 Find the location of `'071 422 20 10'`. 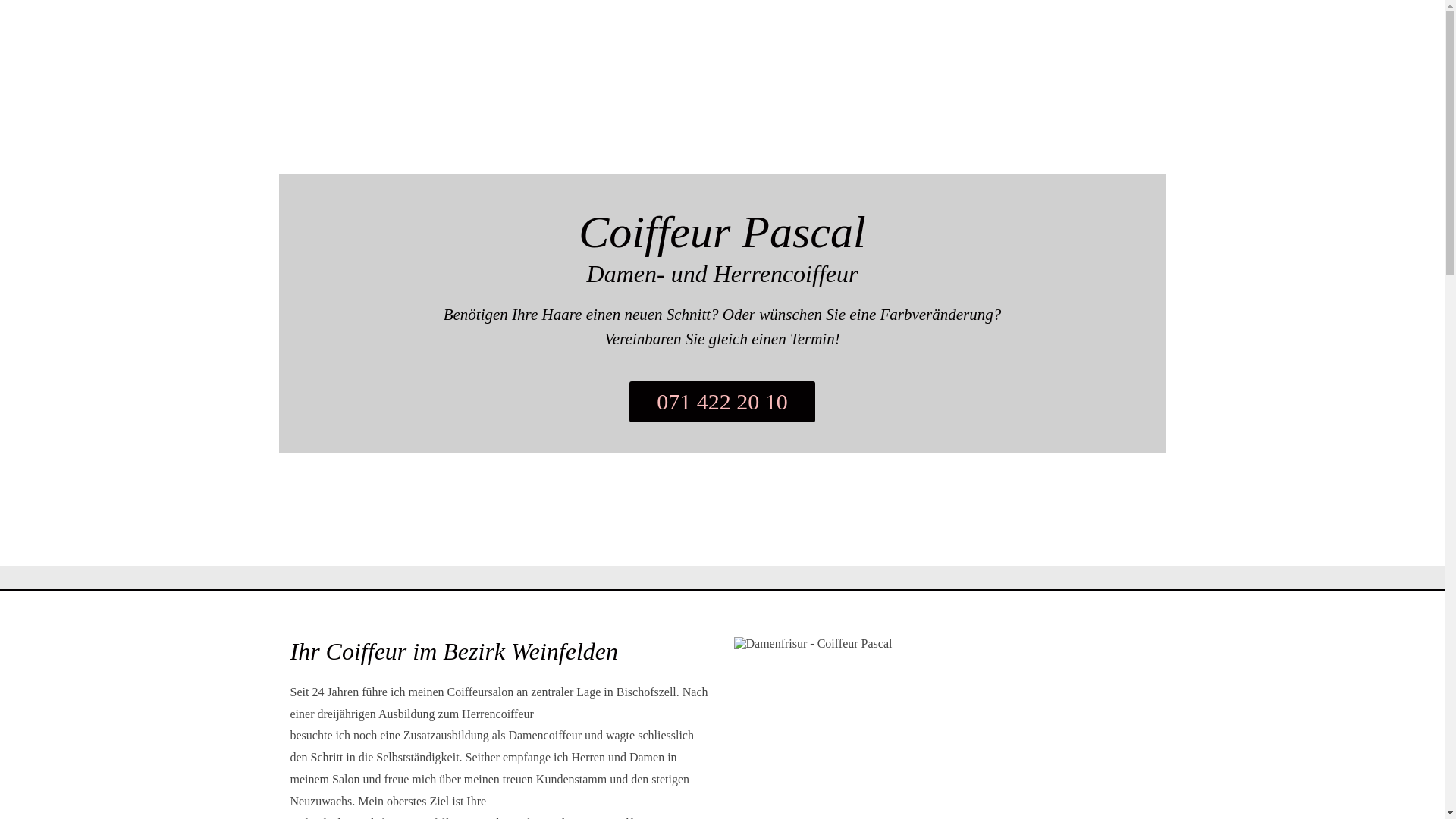

'071 422 20 10' is located at coordinates (721, 400).